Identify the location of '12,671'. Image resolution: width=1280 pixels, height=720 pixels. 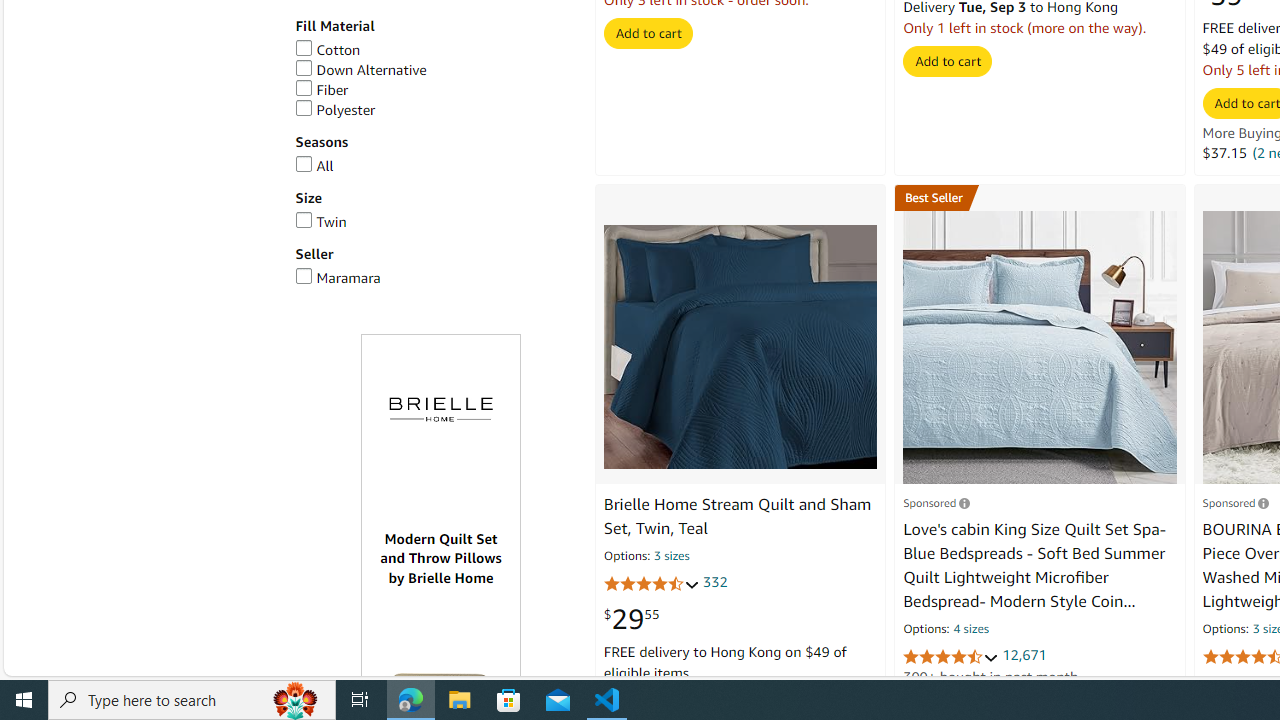
(1024, 655).